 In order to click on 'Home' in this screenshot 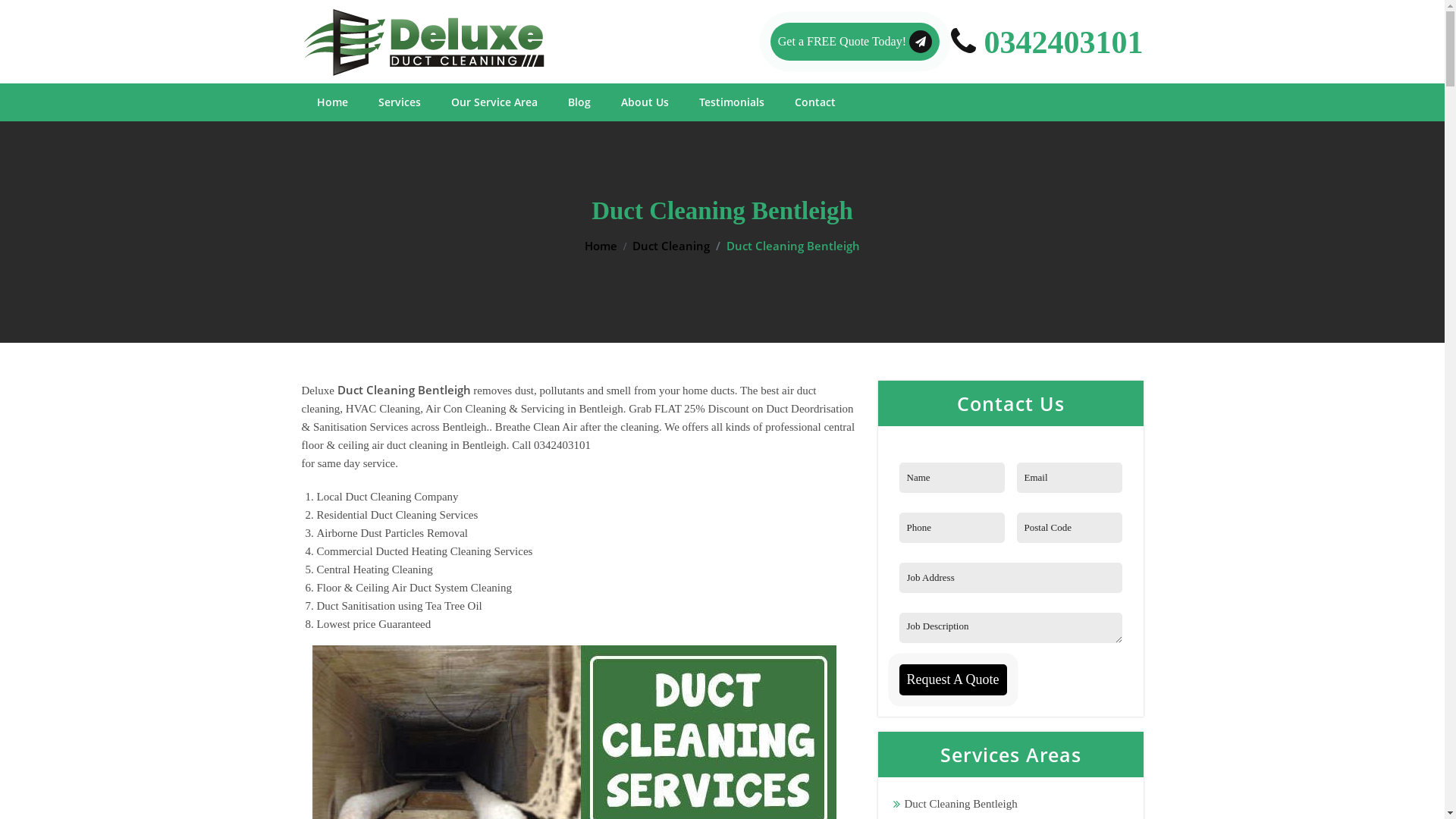, I will do `click(600, 245)`.